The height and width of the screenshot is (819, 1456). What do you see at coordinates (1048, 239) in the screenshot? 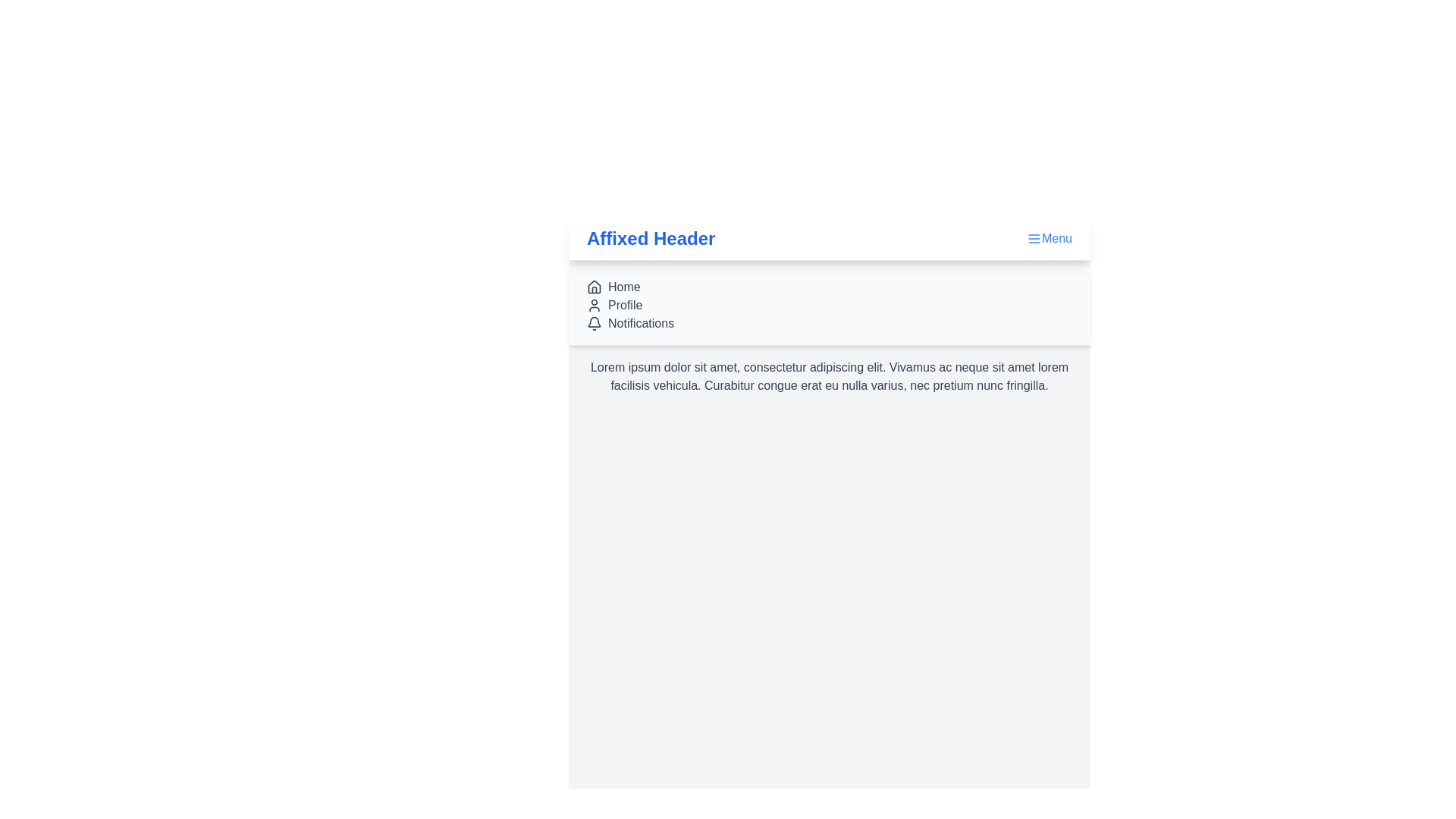
I see `the button located at the top-right corner of the header bar, adjacent to the title 'Affixed Header'` at bounding box center [1048, 239].